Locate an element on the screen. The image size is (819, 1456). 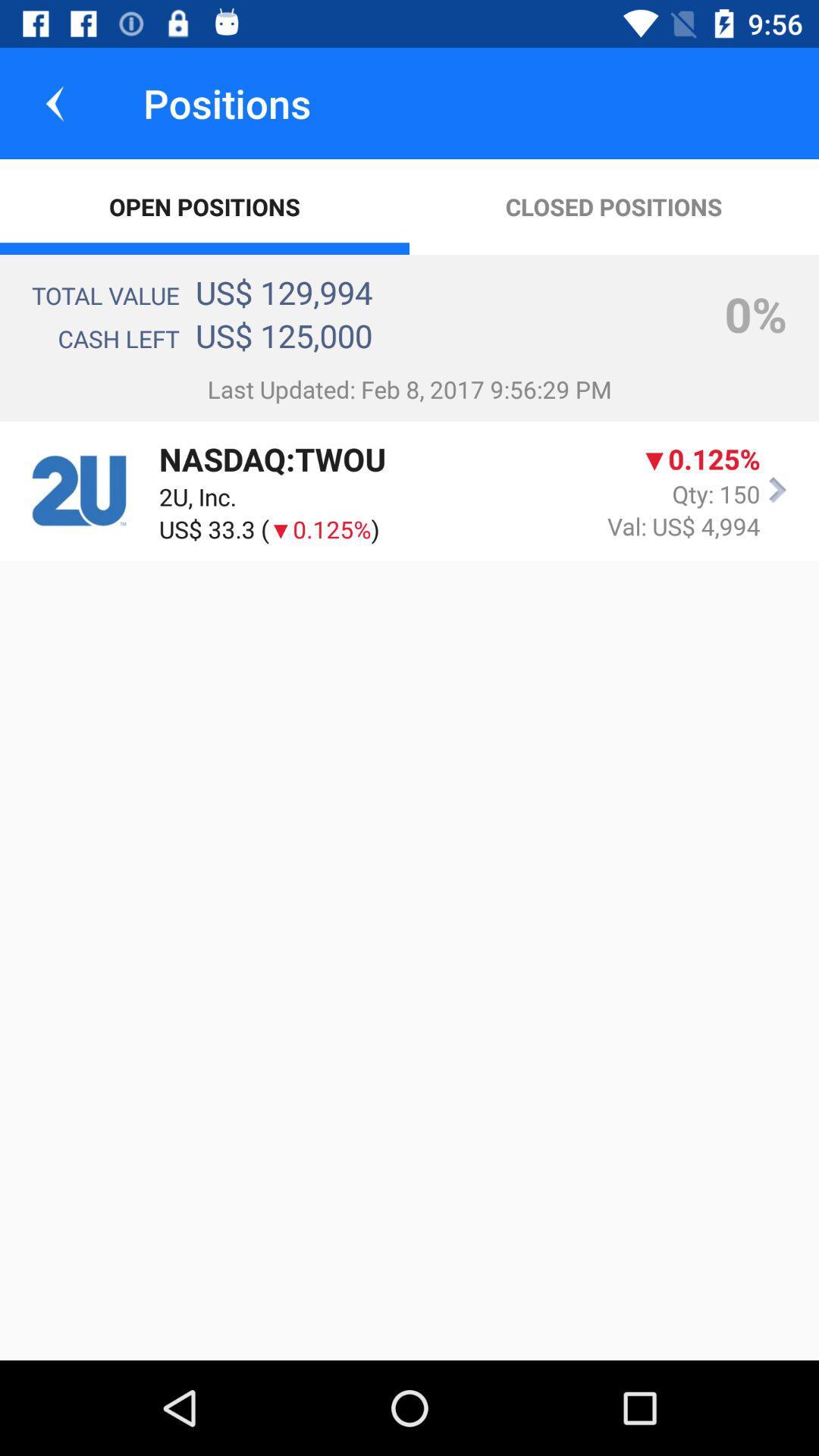
icon to the left of the positions item is located at coordinates (55, 102).